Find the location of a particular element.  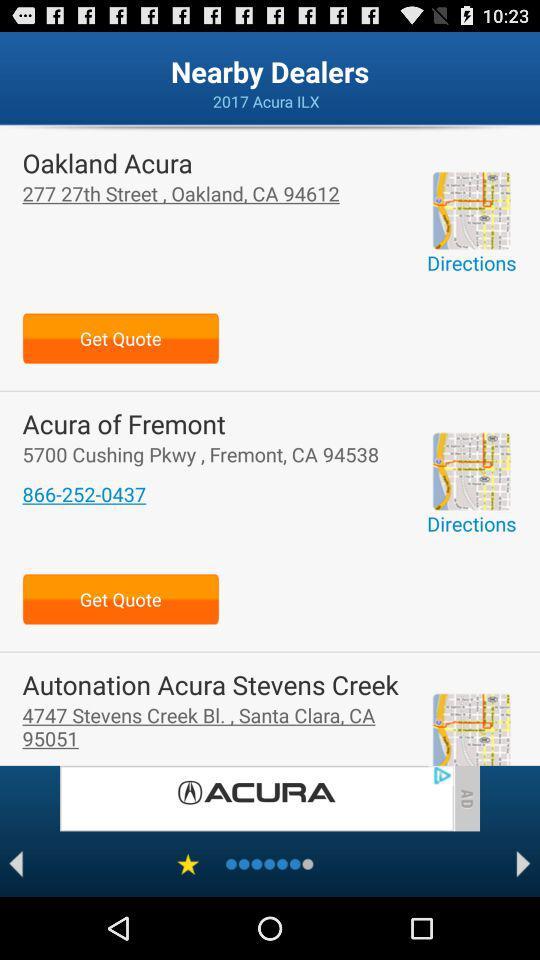

open map is located at coordinates (471, 471).